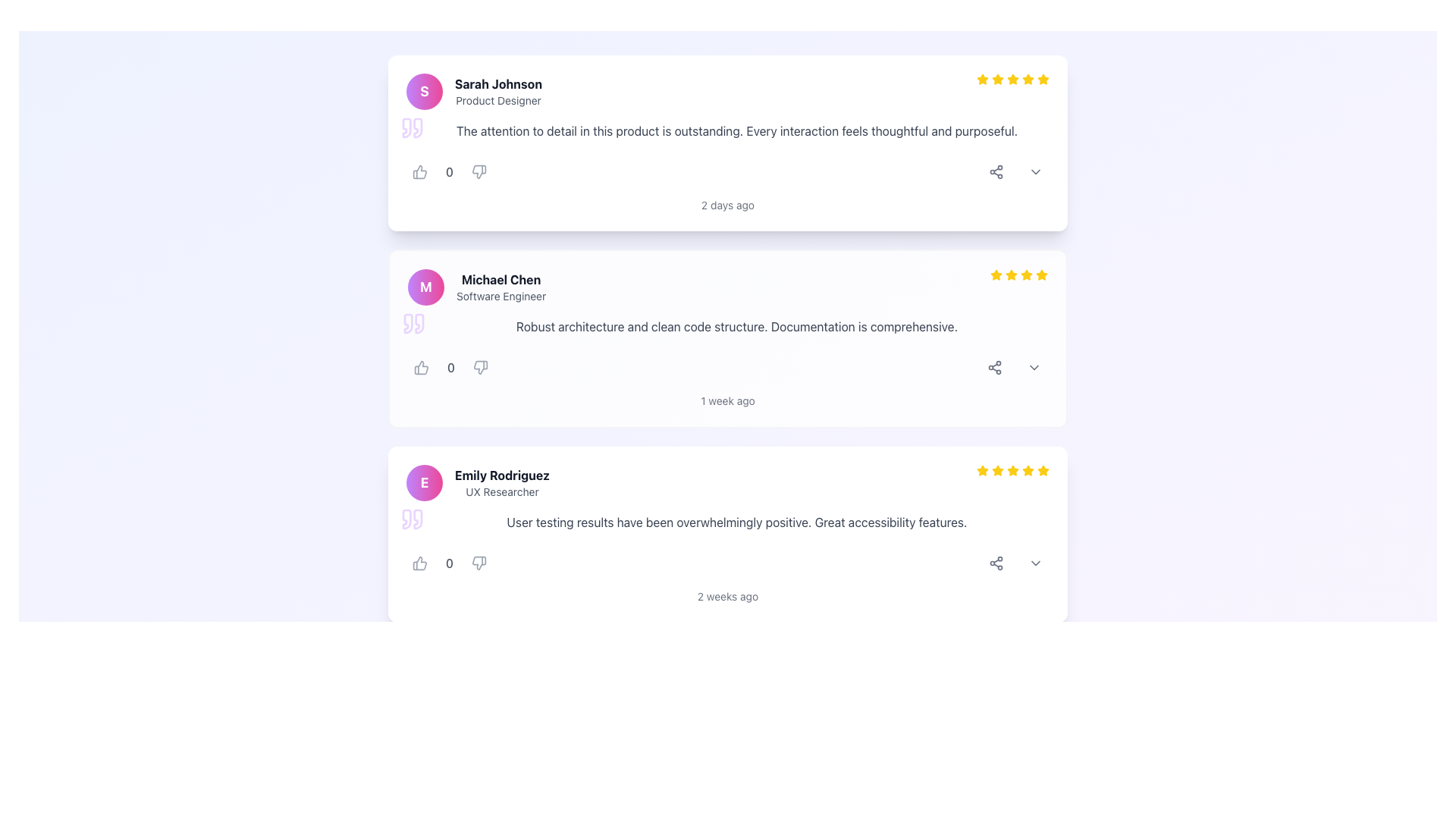 This screenshot has width=1456, height=819. I want to click on the Profile information display featuring a circular avatar with a purple-to-pink gradient background and the letter 'S' in white, alongside the name 'Sarah Johnson' and subtitle 'Product Designer', so click(473, 91).